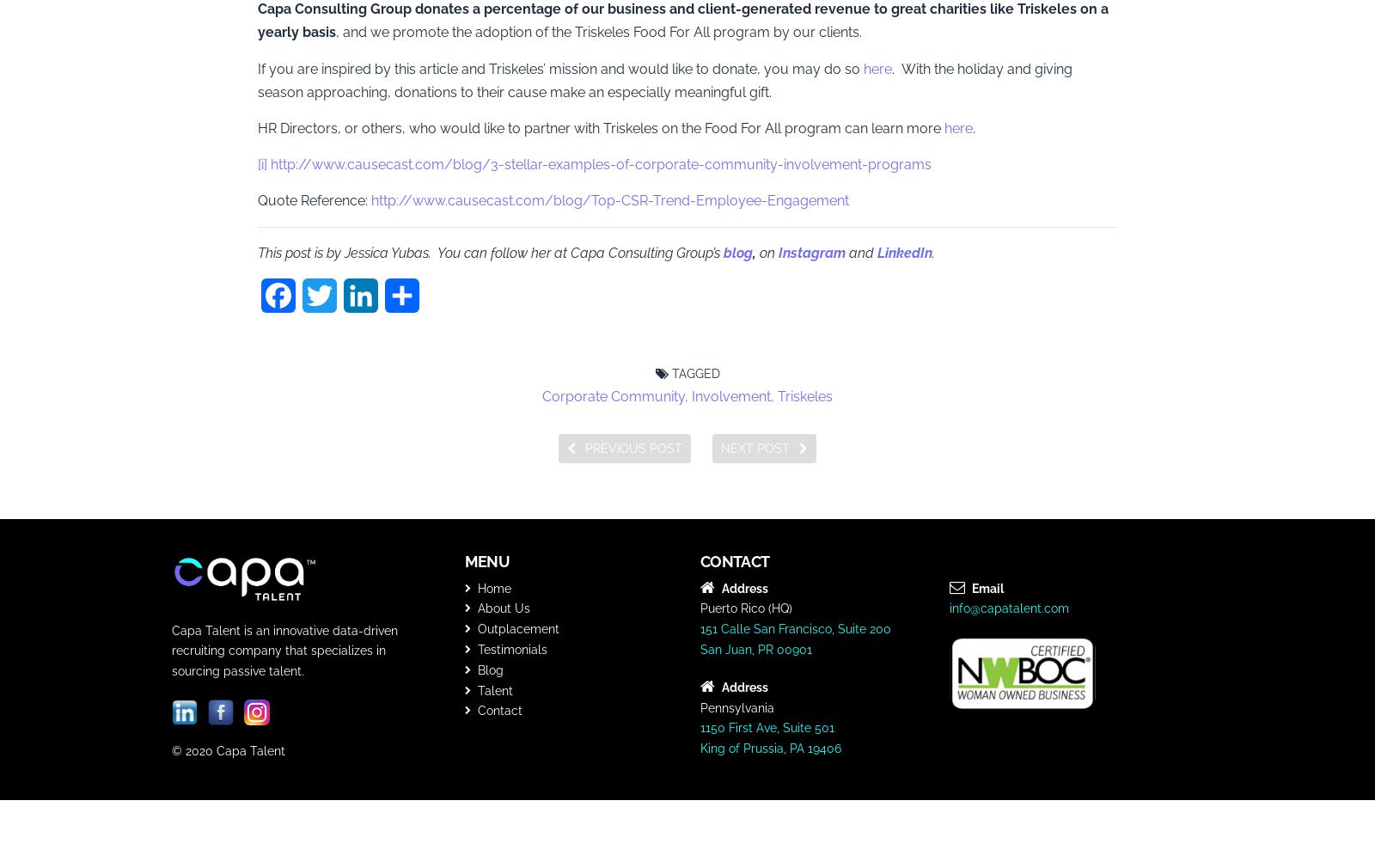 The width and height of the screenshot is (1375, 868). Describe the element at coordinates (490, 252) in the screenshot. I see `'This post is by Jessica Yubas.  You can follow her at Capa Consulting Group’s'` at that location.